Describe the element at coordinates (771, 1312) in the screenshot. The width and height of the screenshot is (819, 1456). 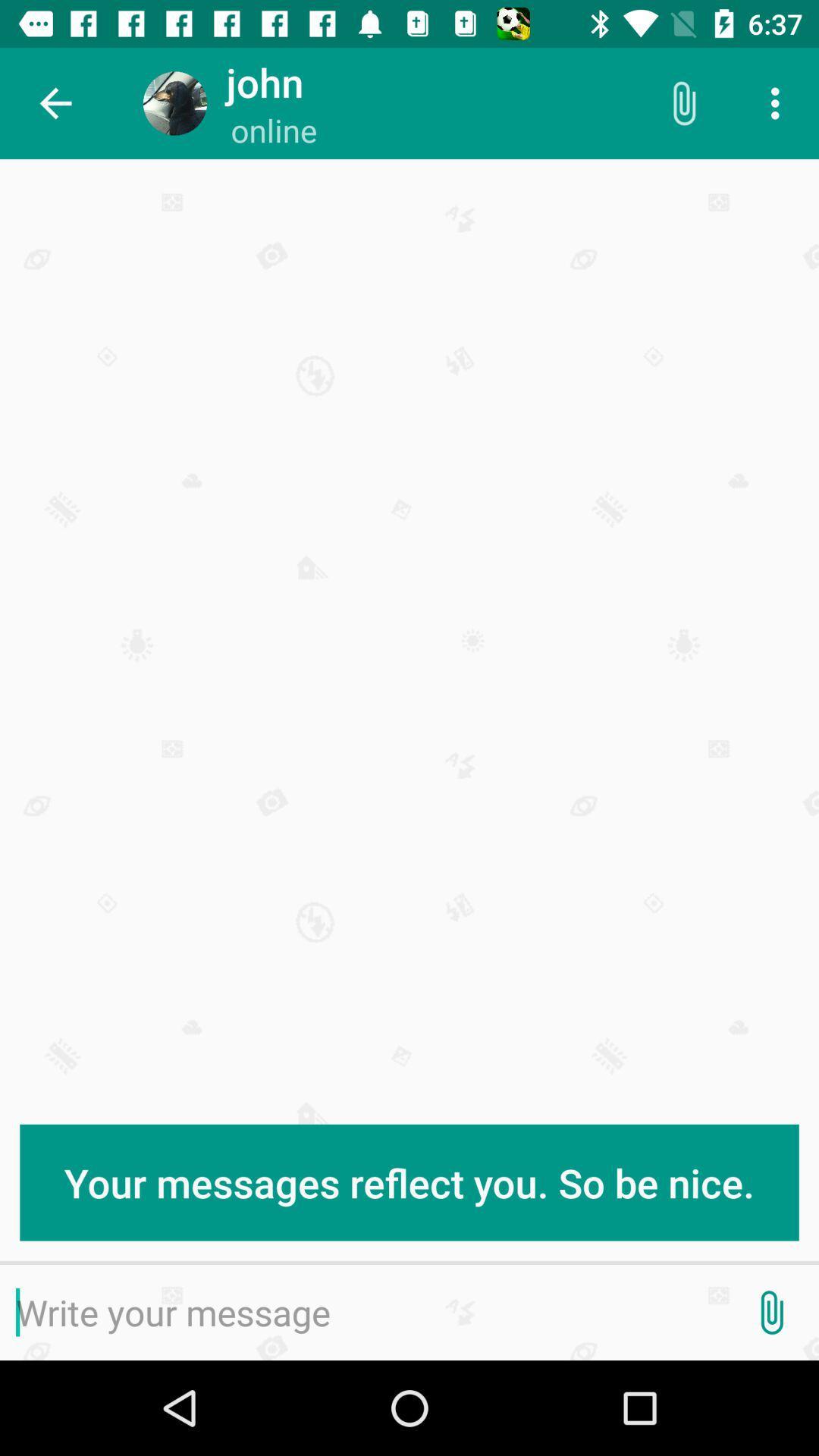
I see `the item at the bottom right corner` at that location.